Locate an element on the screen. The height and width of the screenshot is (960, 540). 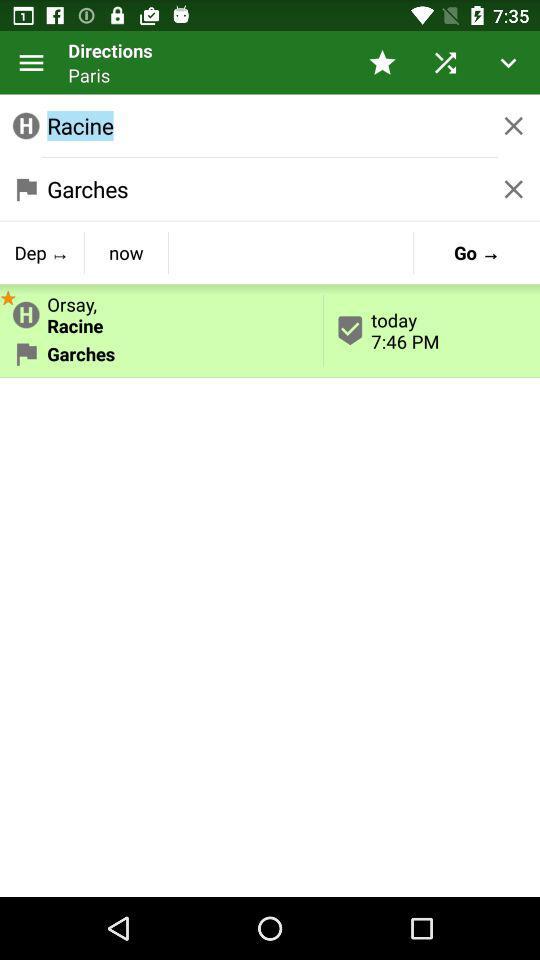
icon next to the now is located at coordinates (7, 295).